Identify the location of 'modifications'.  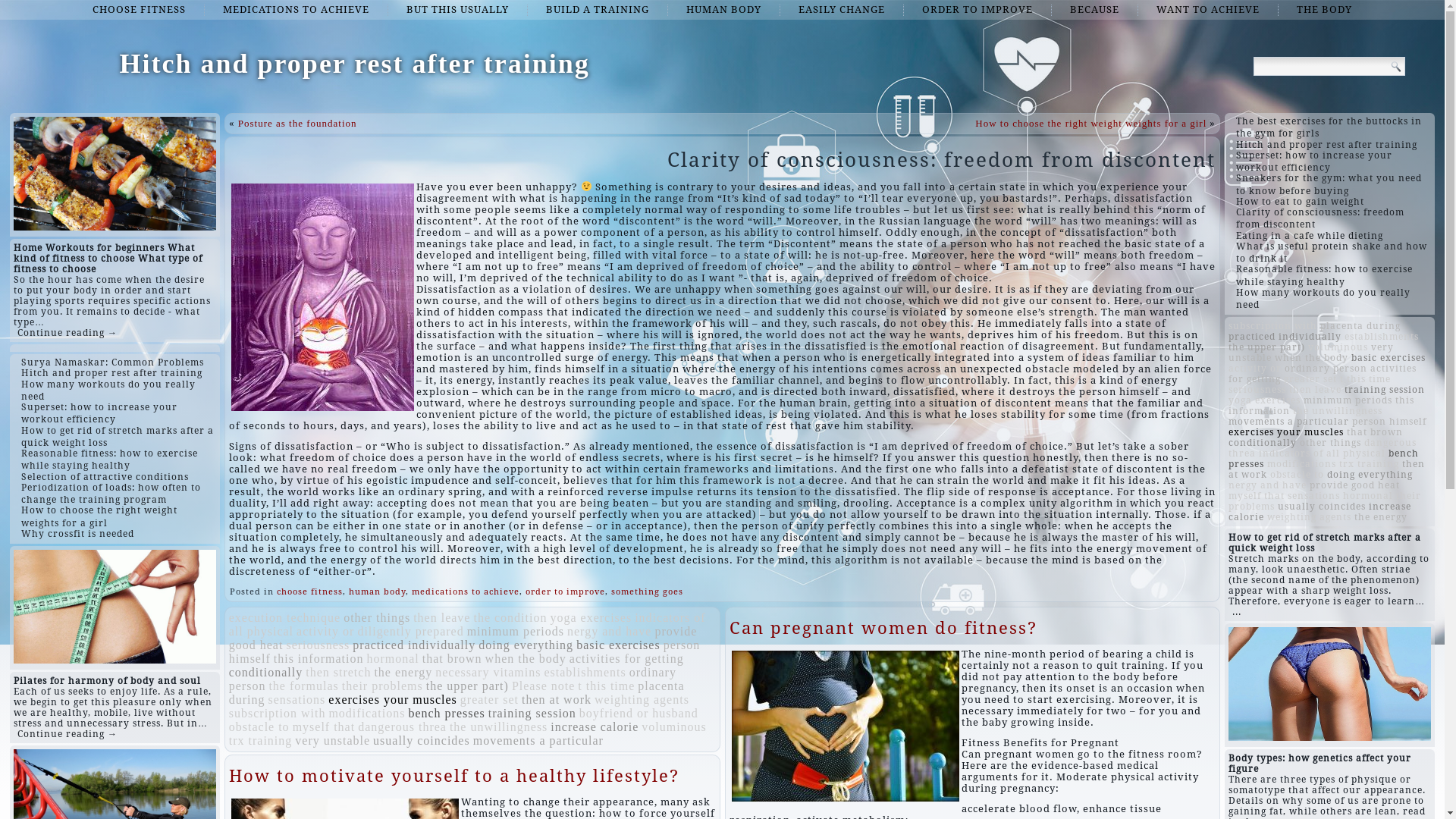
(327, 713).